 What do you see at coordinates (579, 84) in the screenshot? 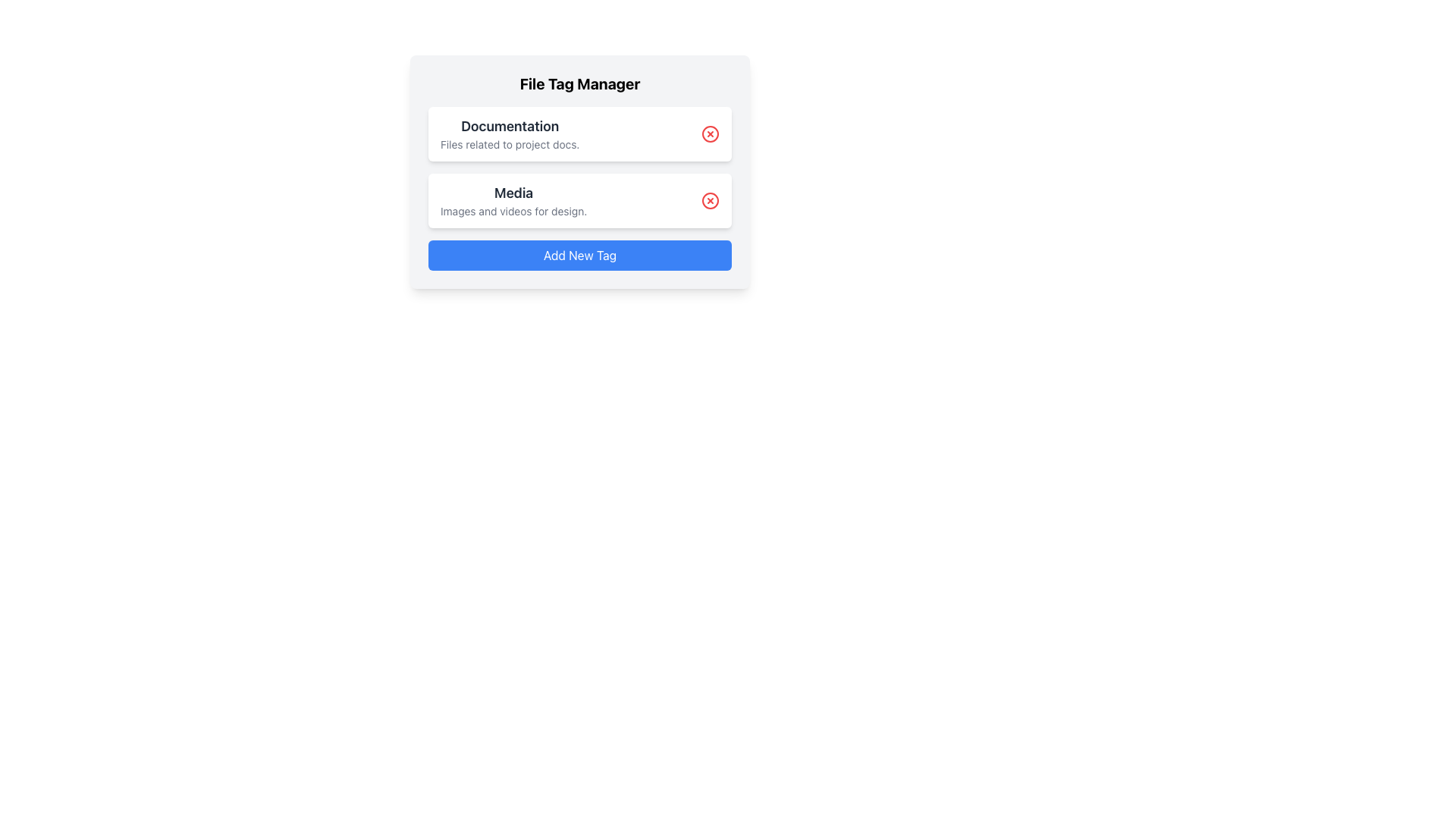
I see `the Header text titled 'File Tag Manager' which is displayed in a large, bold font at the top of the card` at bounding box center [579, 84].